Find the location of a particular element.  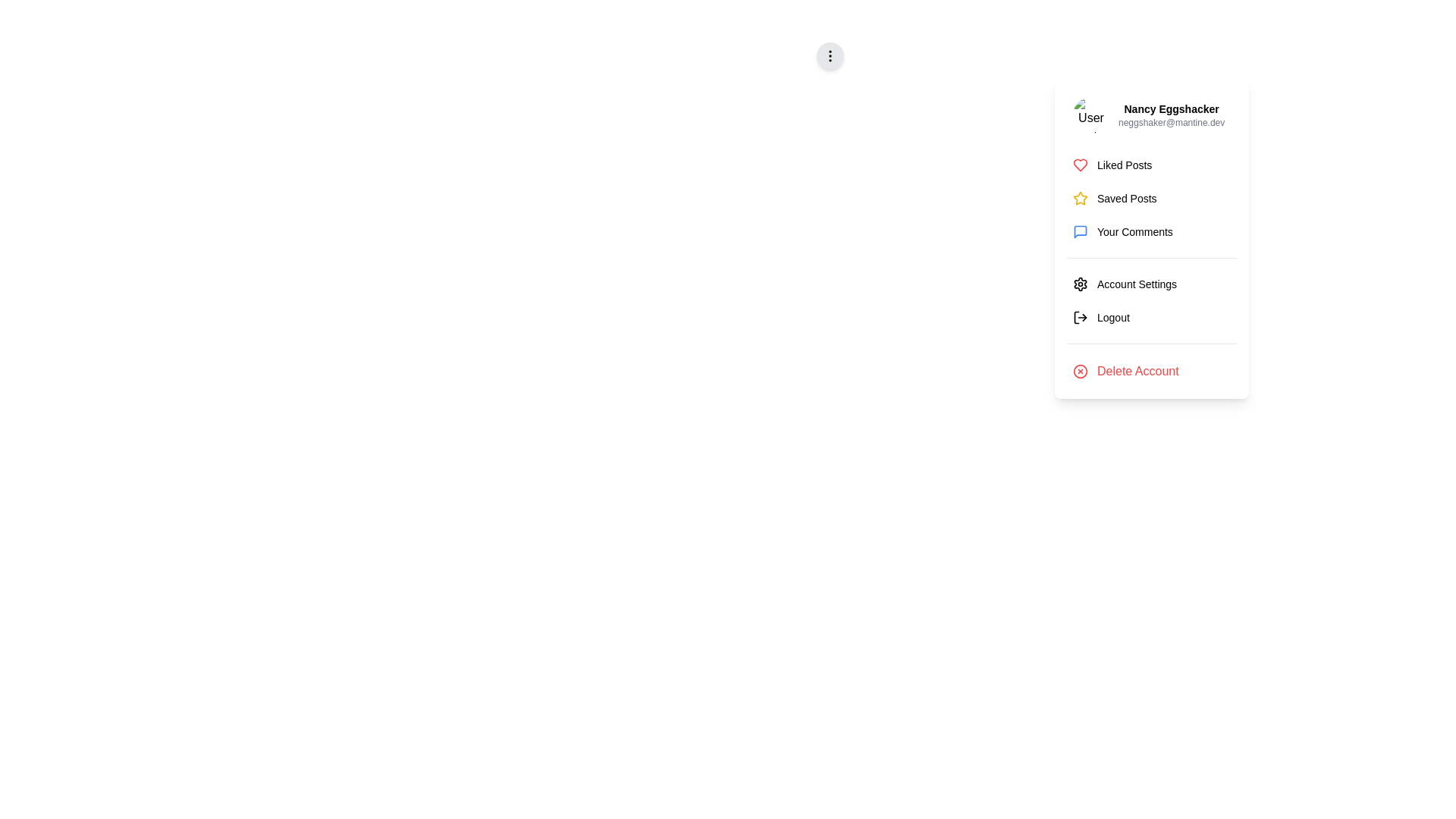

the Profile Info Display element, which shows the user's name and email address in the top-right corner of the dropdown menu is located at coordinates (1151, 114).